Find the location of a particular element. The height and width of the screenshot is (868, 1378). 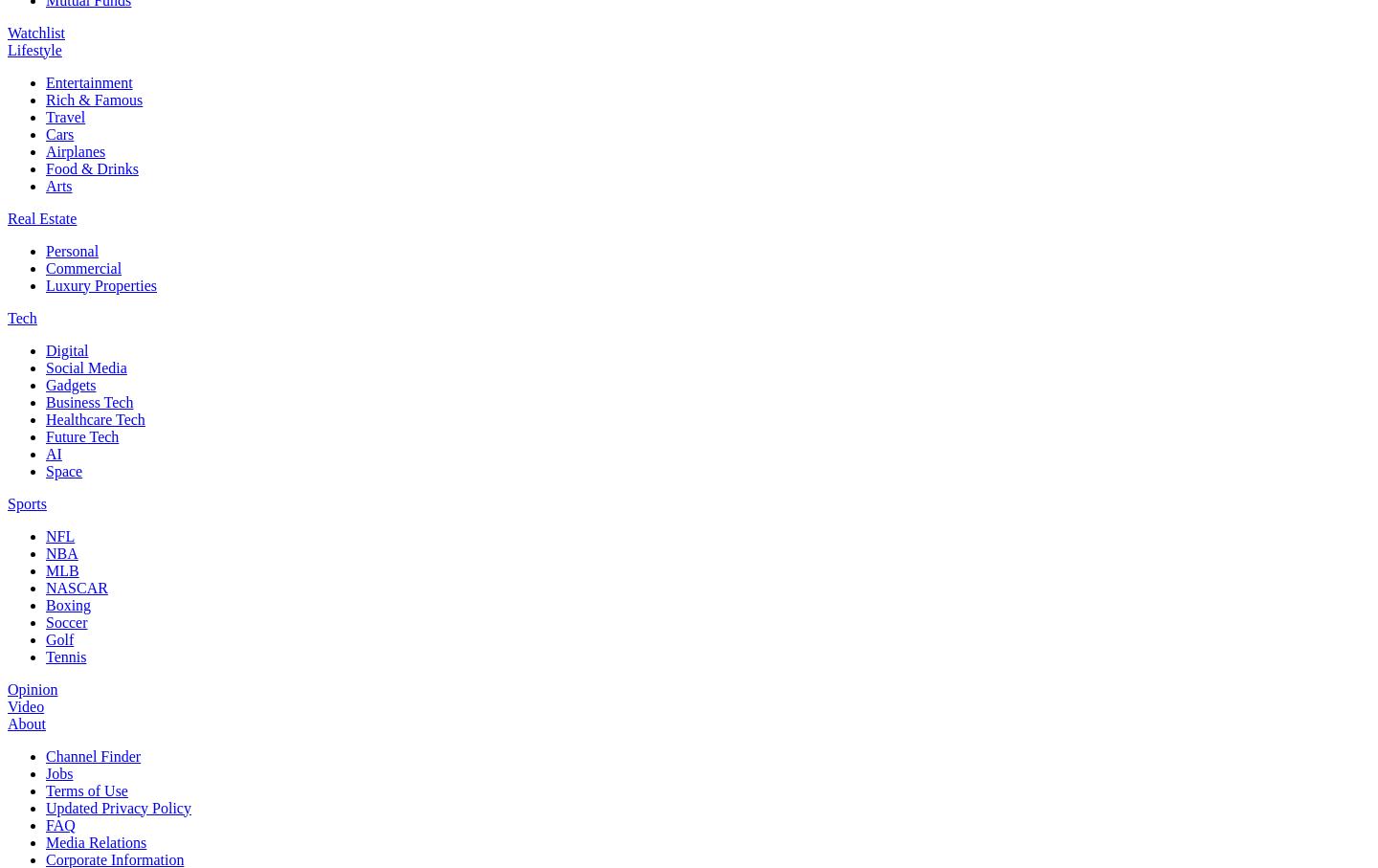

'Personal' is located at coordinates (72, 249).